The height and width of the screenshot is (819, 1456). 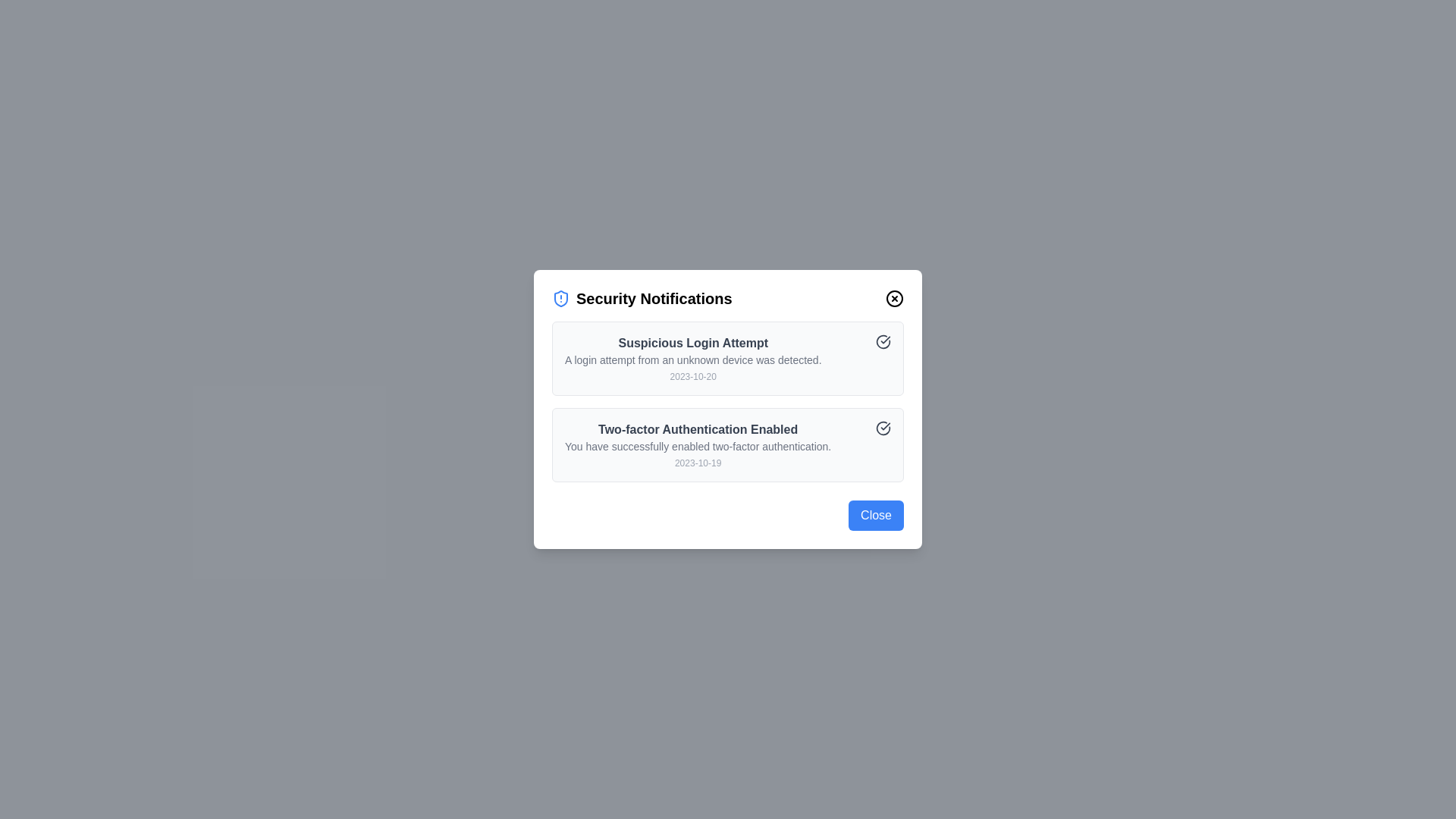 I want to click on the checkmark icon button within the 'Two-factor Authentication Enabled' notification panel, located at the far right of the second notification box, so click(x=883, y=428).